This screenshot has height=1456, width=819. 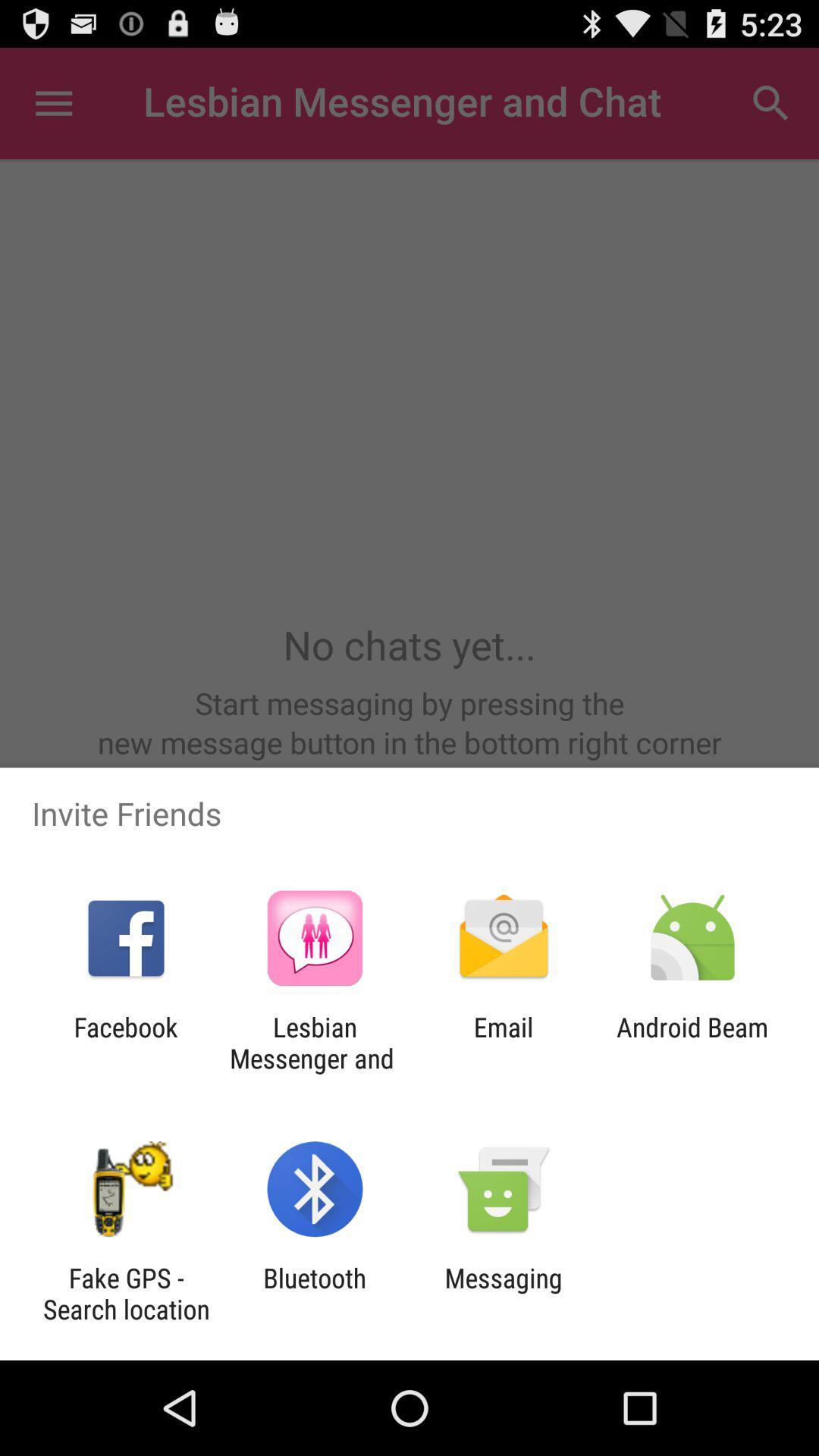 I want to click on the icon next to the lesbian messenger and item, so click(x=125, y=1042).